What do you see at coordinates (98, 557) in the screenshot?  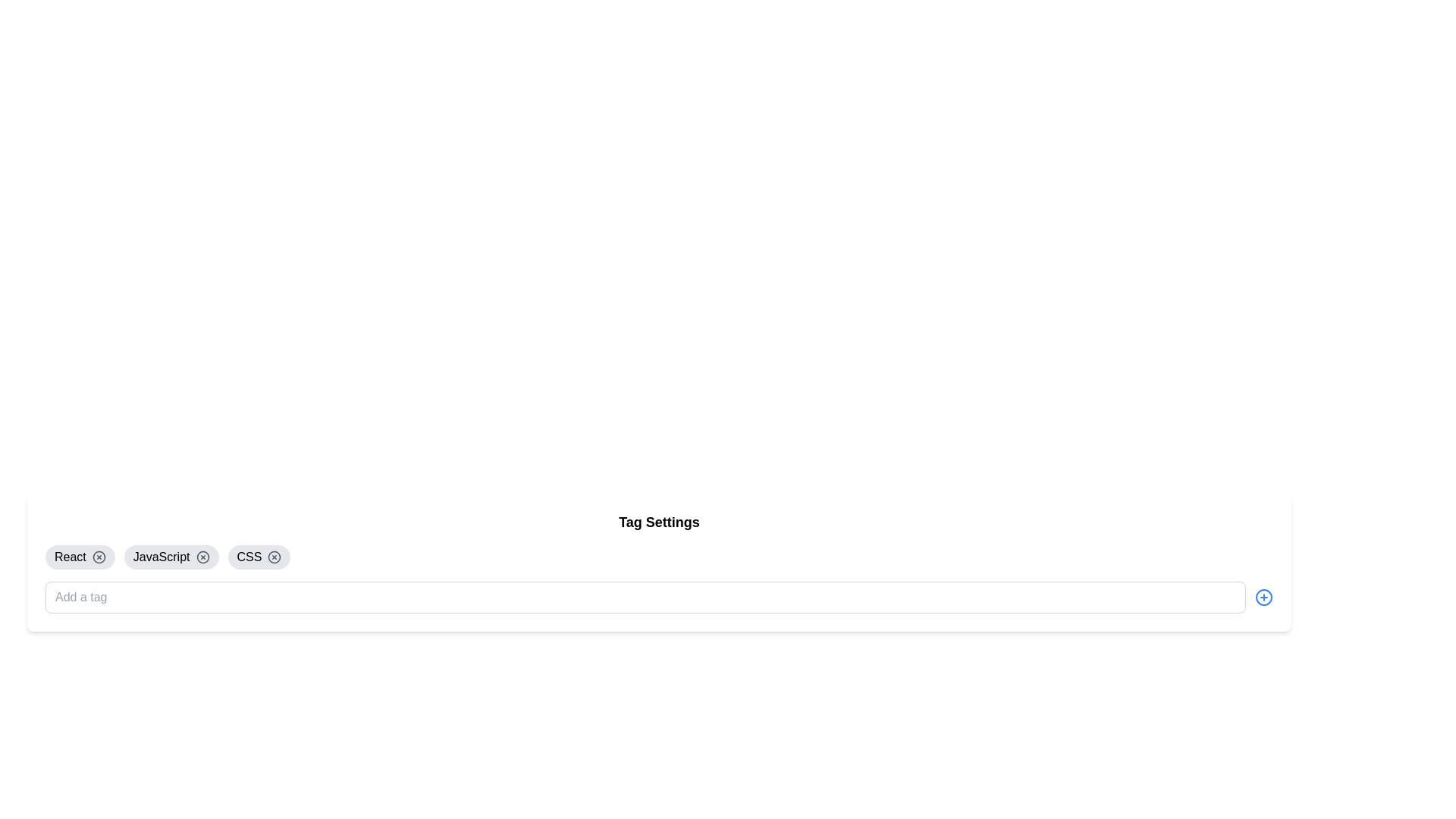 I see `the icon button with a circular outline and a cross mark inside it, located to the right of the text 'React'` at bounding box center [98, 557].